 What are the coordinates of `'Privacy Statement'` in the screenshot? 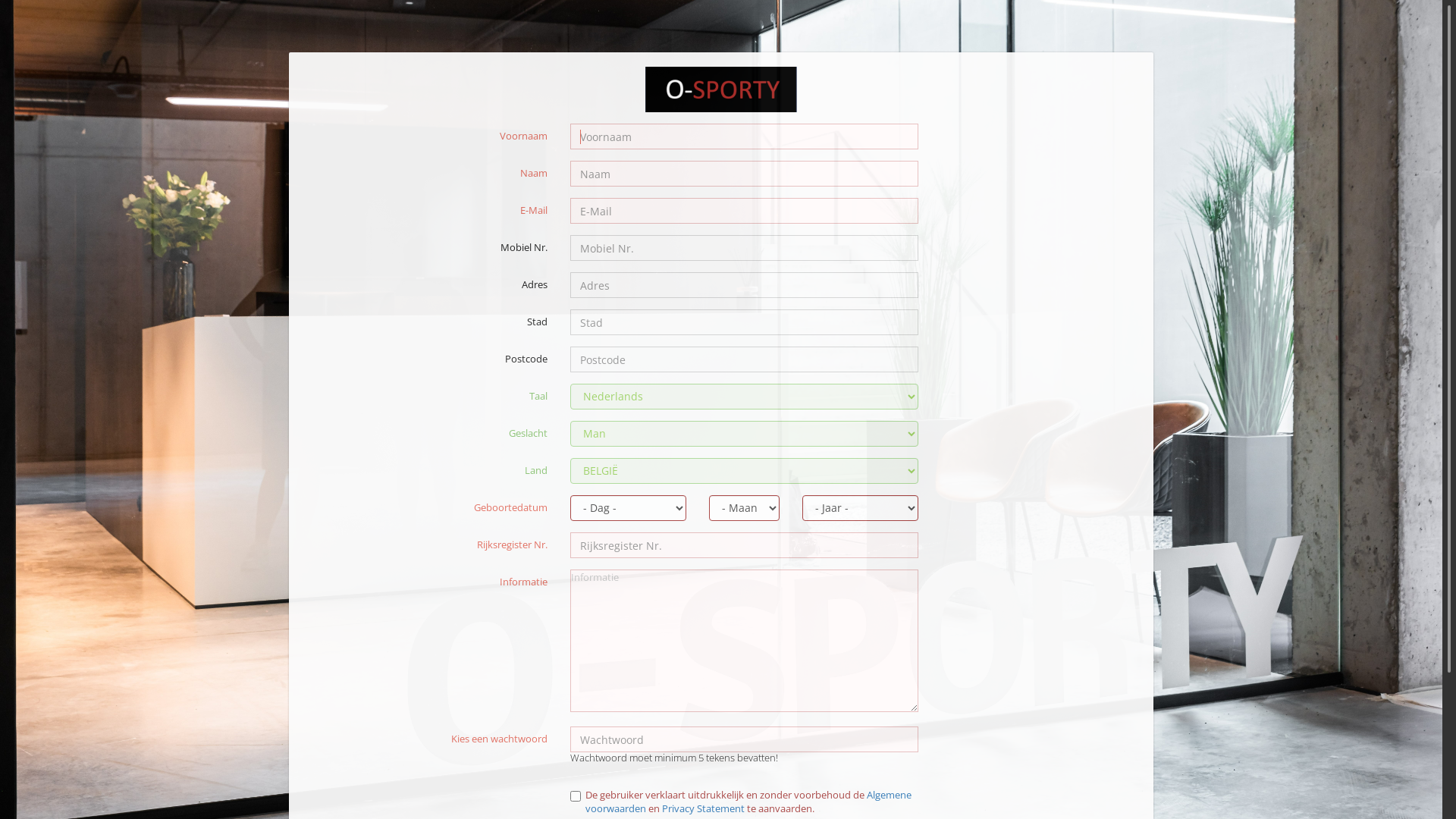 It's located at (702, 807).